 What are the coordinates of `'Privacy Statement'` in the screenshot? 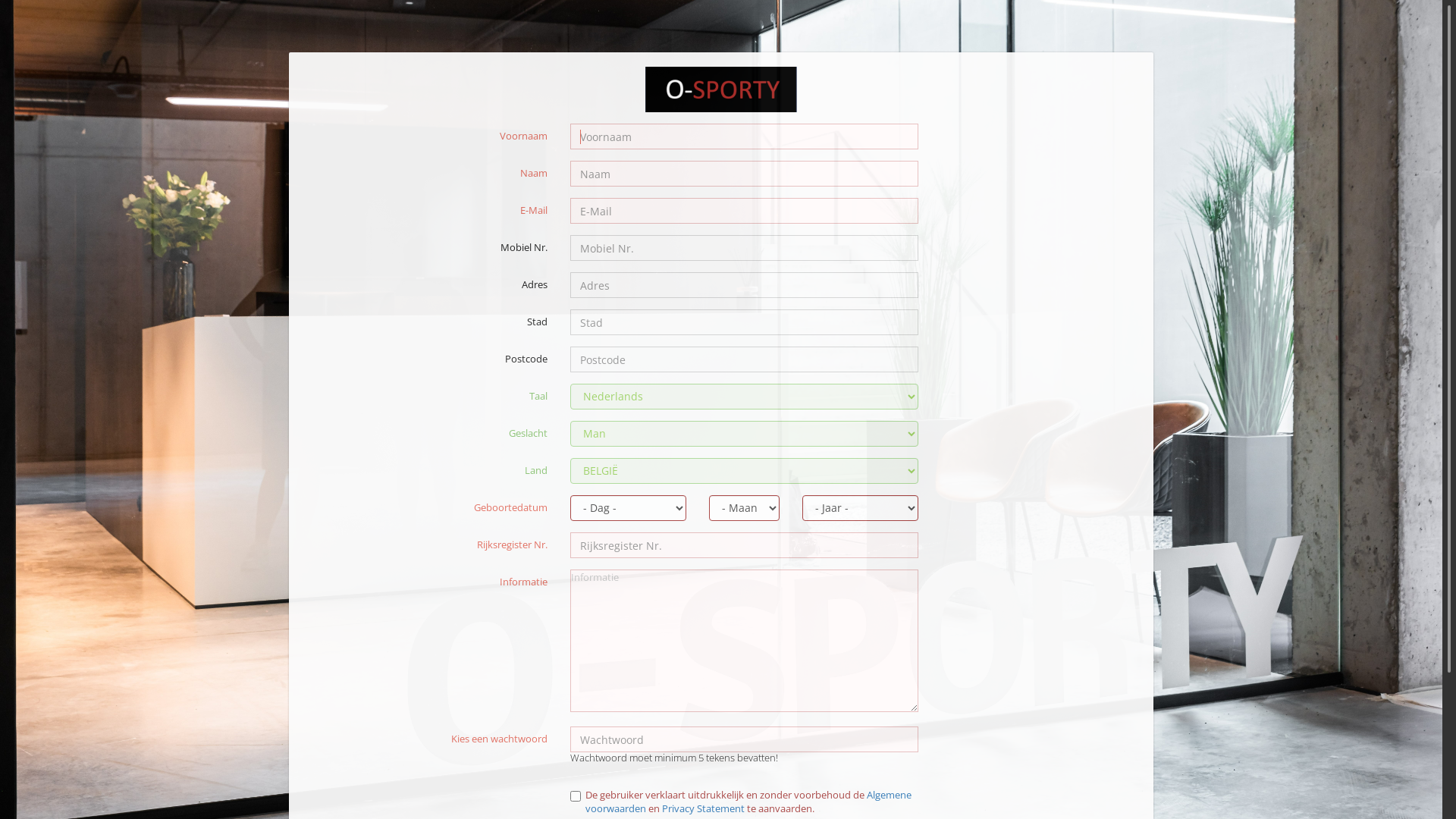 It's located at (702, 807).